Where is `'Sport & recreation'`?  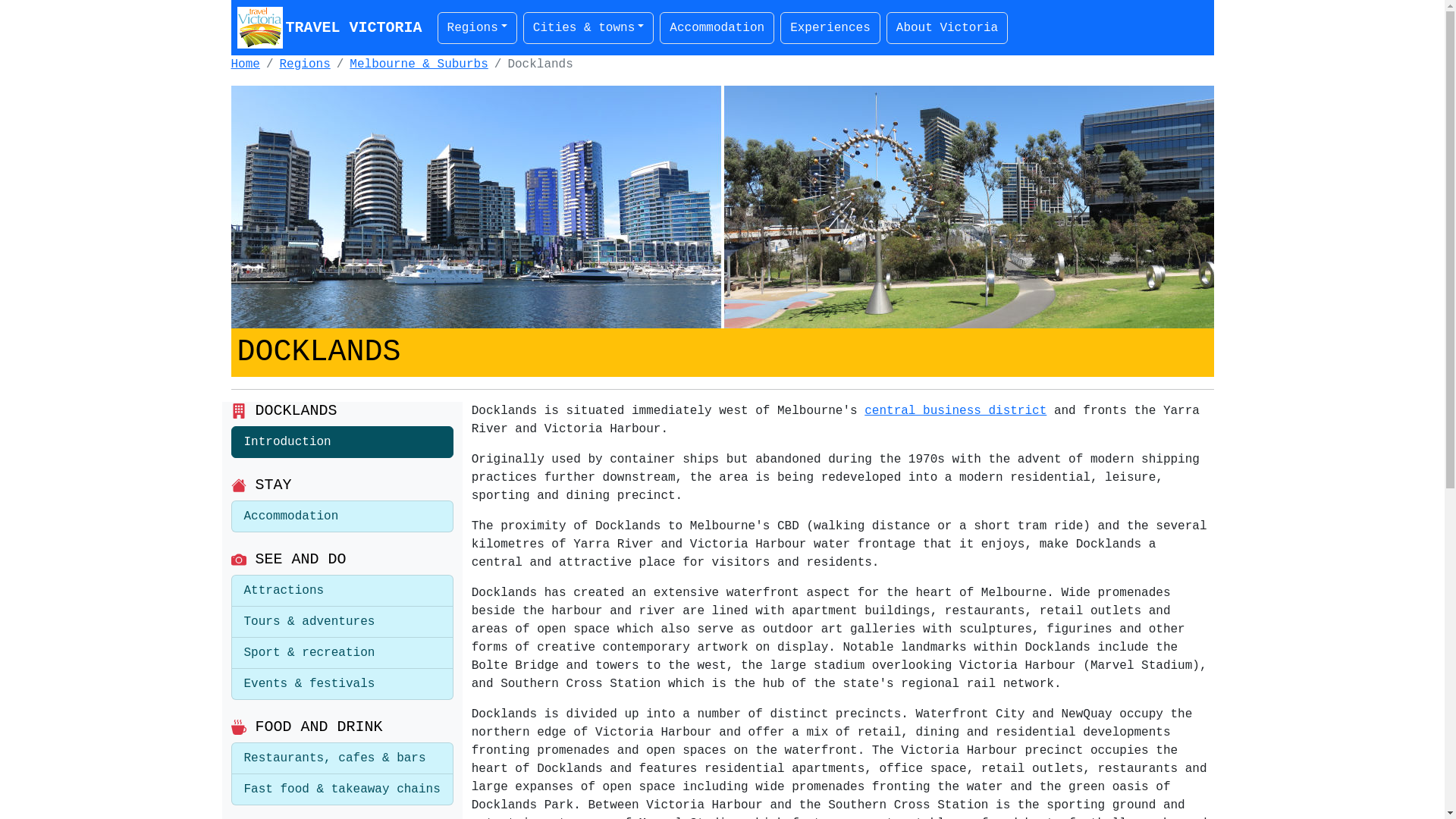 'Sport & recreation' is located at coordinates (340, 652).